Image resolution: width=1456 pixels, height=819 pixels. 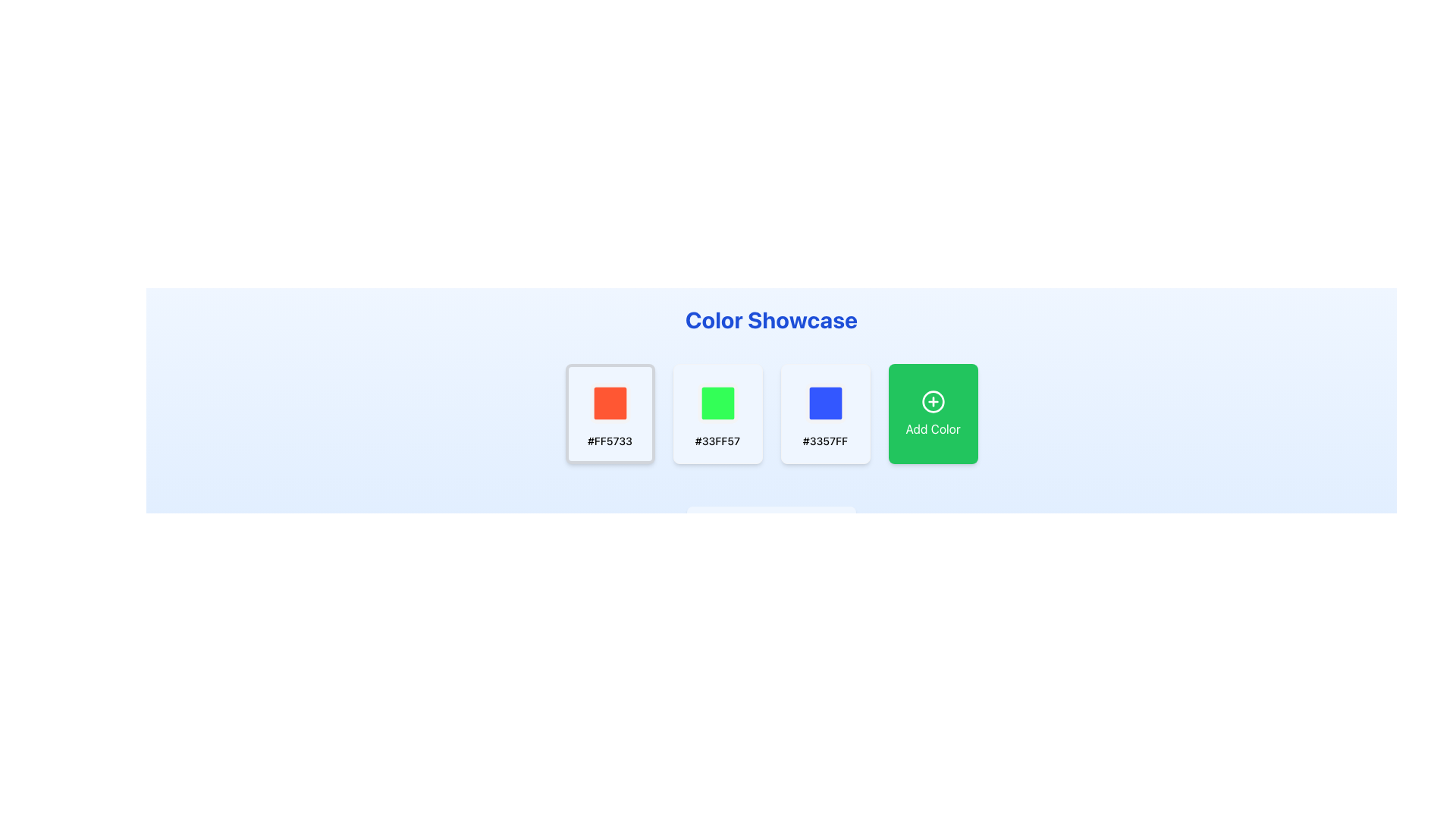 What do you see at coordinates (610, 414) in the screenshot?
I see `the visual display card component with a light blue background, rounded corners, and an orange square icon at the top, positioned at the far left of the row` at bounding box center [610, 414].